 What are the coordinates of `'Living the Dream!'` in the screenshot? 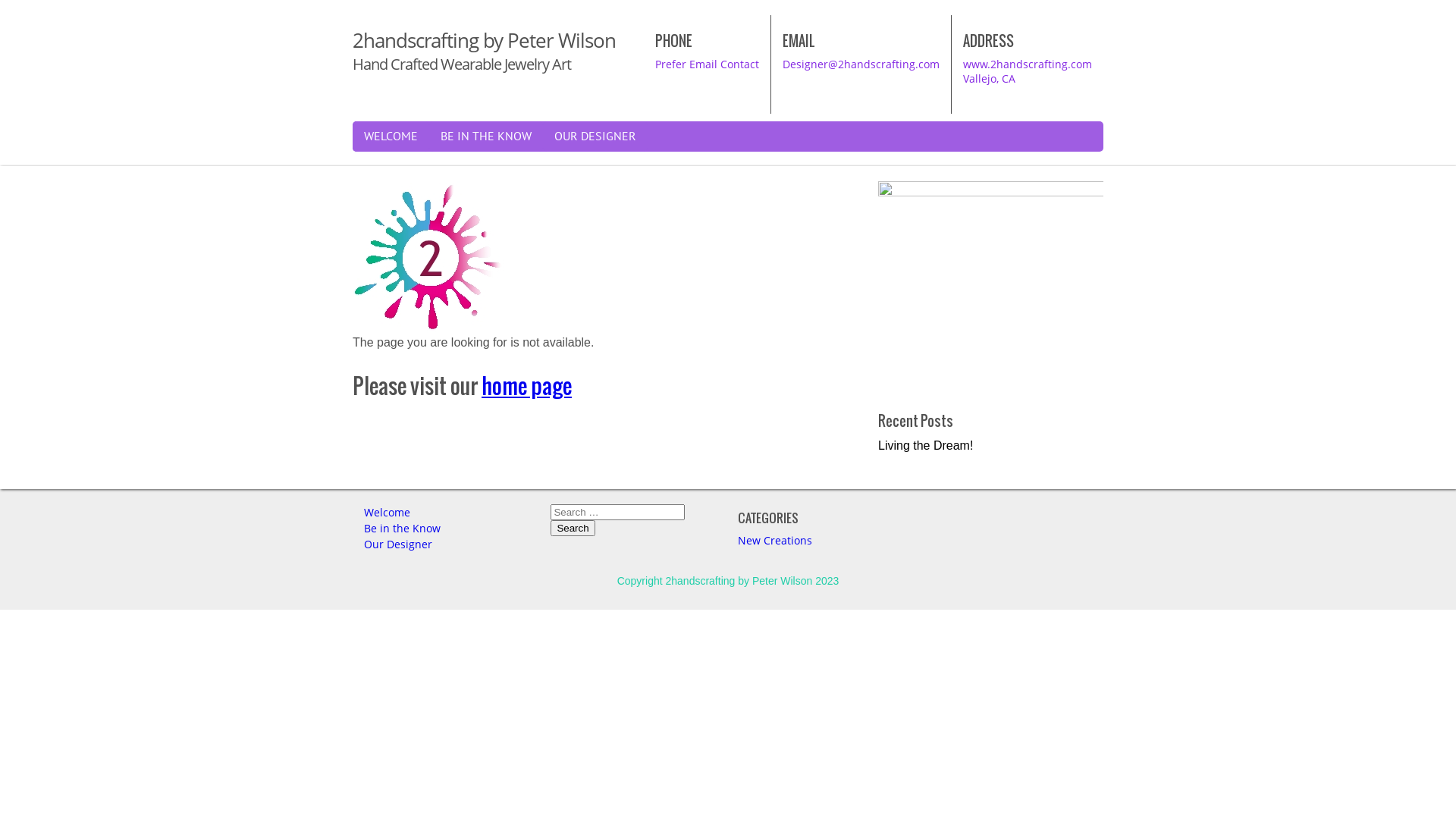 It's located at (924, 444).